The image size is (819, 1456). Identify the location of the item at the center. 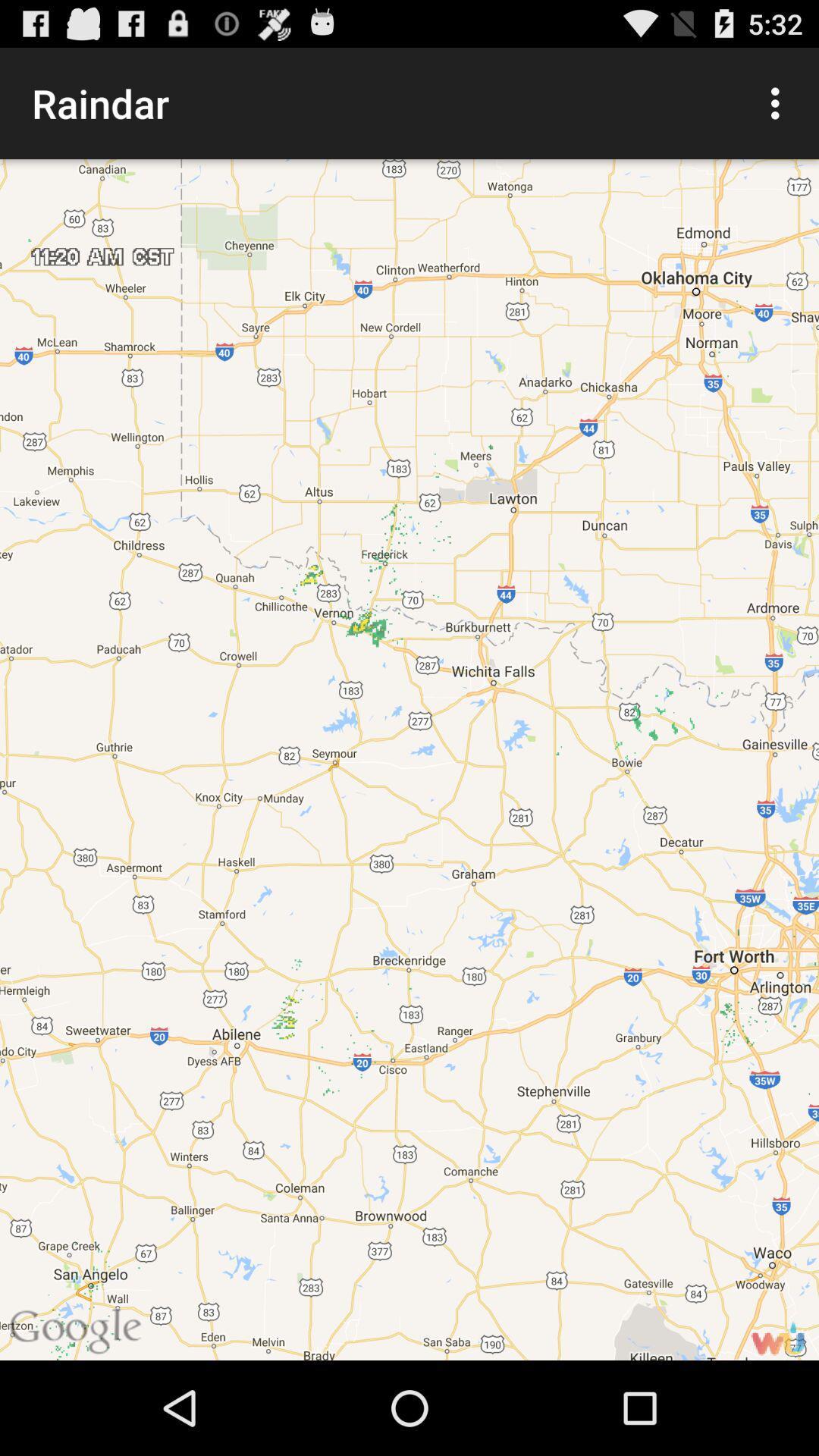
(409, 760).